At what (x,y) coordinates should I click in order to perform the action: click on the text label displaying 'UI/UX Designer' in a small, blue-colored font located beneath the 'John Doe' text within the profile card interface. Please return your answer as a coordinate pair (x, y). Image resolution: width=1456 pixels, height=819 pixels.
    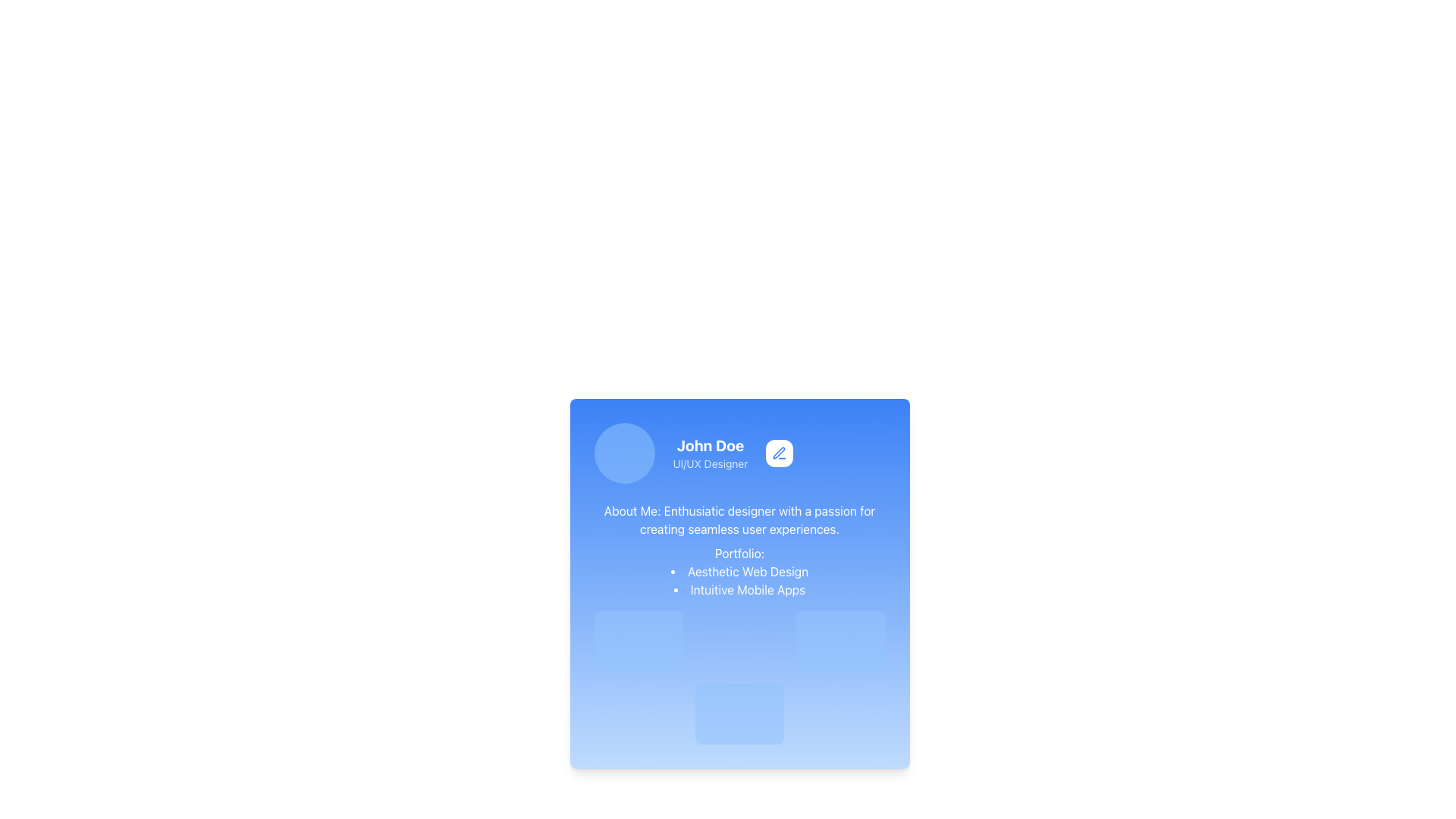
    Looking at the image, I should click on (709, 463).